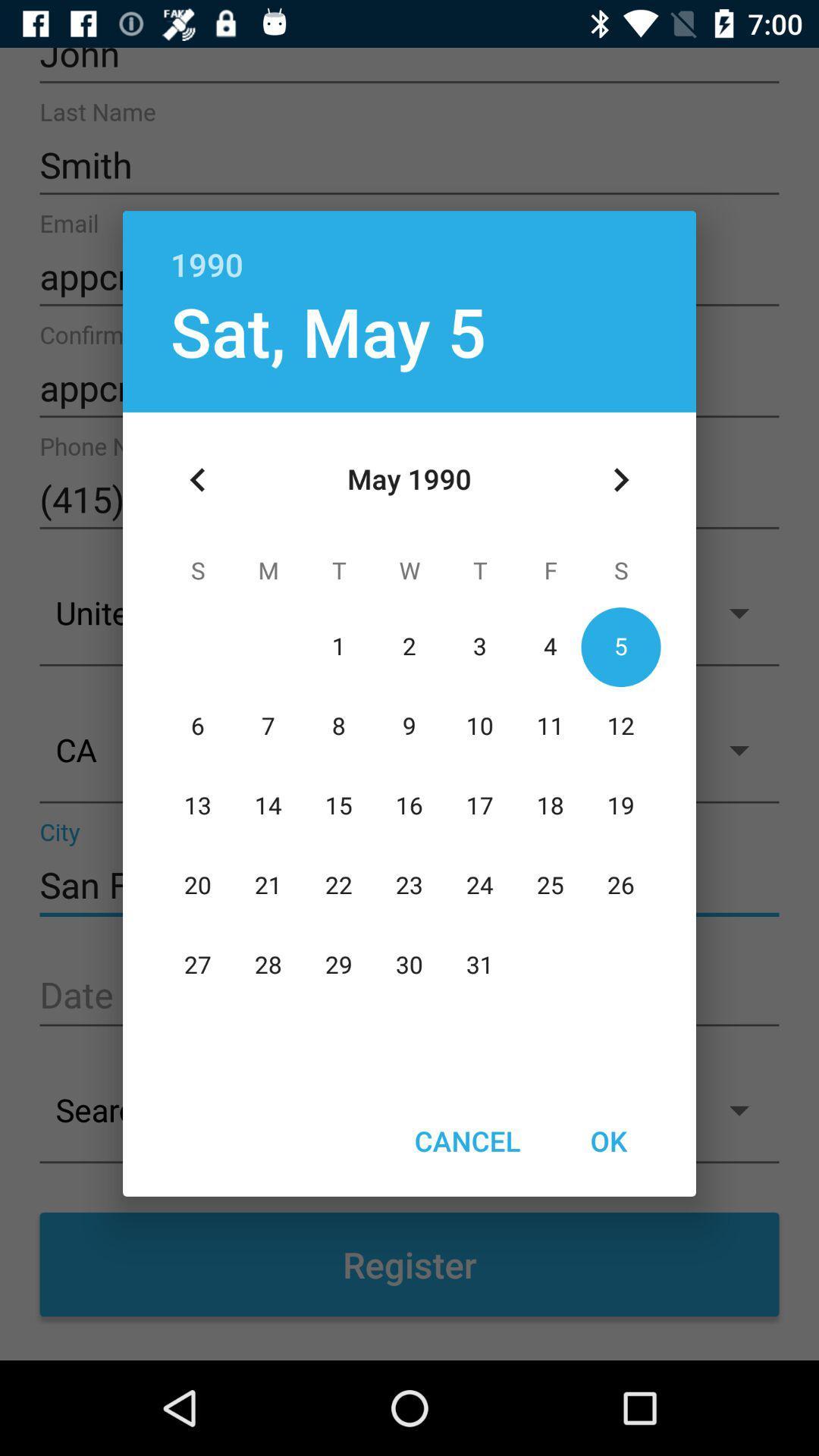 The height and width of the screenshot is (1456, 819). I want to click on the cancel item, so click(466, 1141).